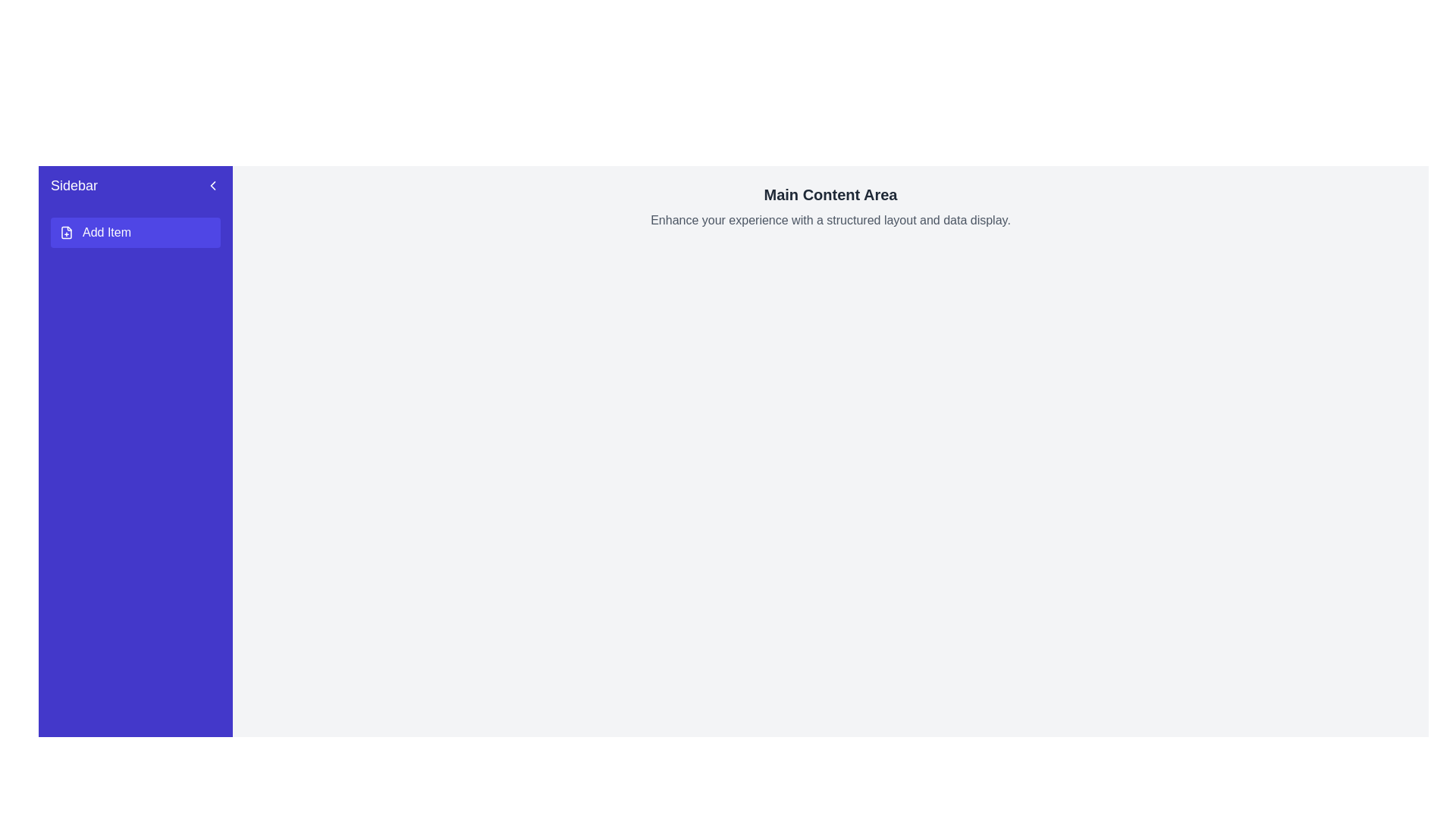  What do you see at coordinates (212, 185) in the screenshot?
I see `the chevron left icon button located at the top-right corner of the sidebar` at bounding box center [212, 185].